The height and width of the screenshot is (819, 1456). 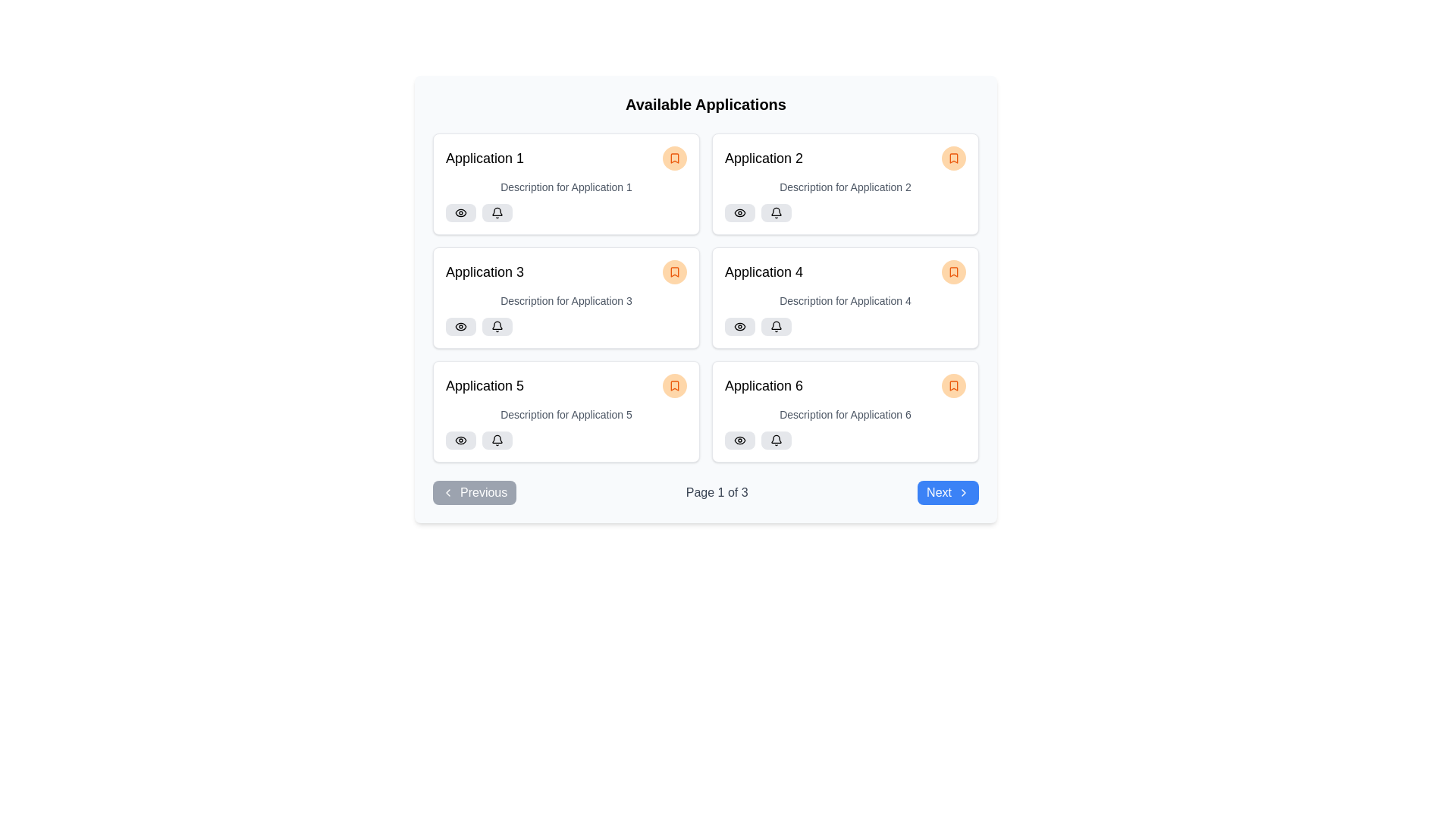 What do you see at coordinates (952, 271) in the screenshot?
I see `the bookmark icon located in the top-right corner of the 'Application 4' card, which serves to mark an item for quick access` at bounding box center [952, 271].